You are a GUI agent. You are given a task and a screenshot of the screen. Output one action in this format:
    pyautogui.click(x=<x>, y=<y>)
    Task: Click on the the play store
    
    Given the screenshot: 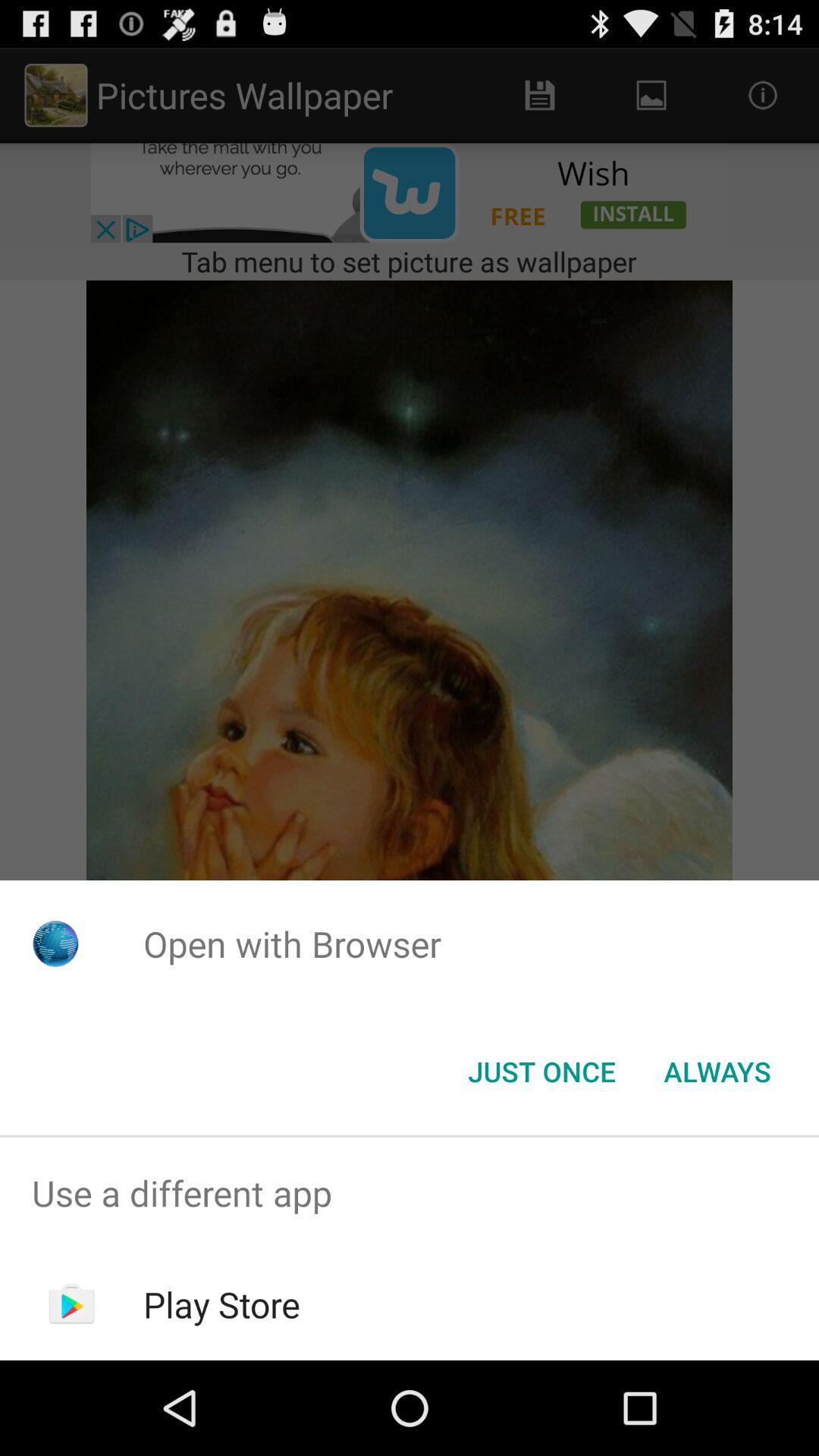 What is the action you would take?
    pyautogui.click(x=221, y=1304)
    